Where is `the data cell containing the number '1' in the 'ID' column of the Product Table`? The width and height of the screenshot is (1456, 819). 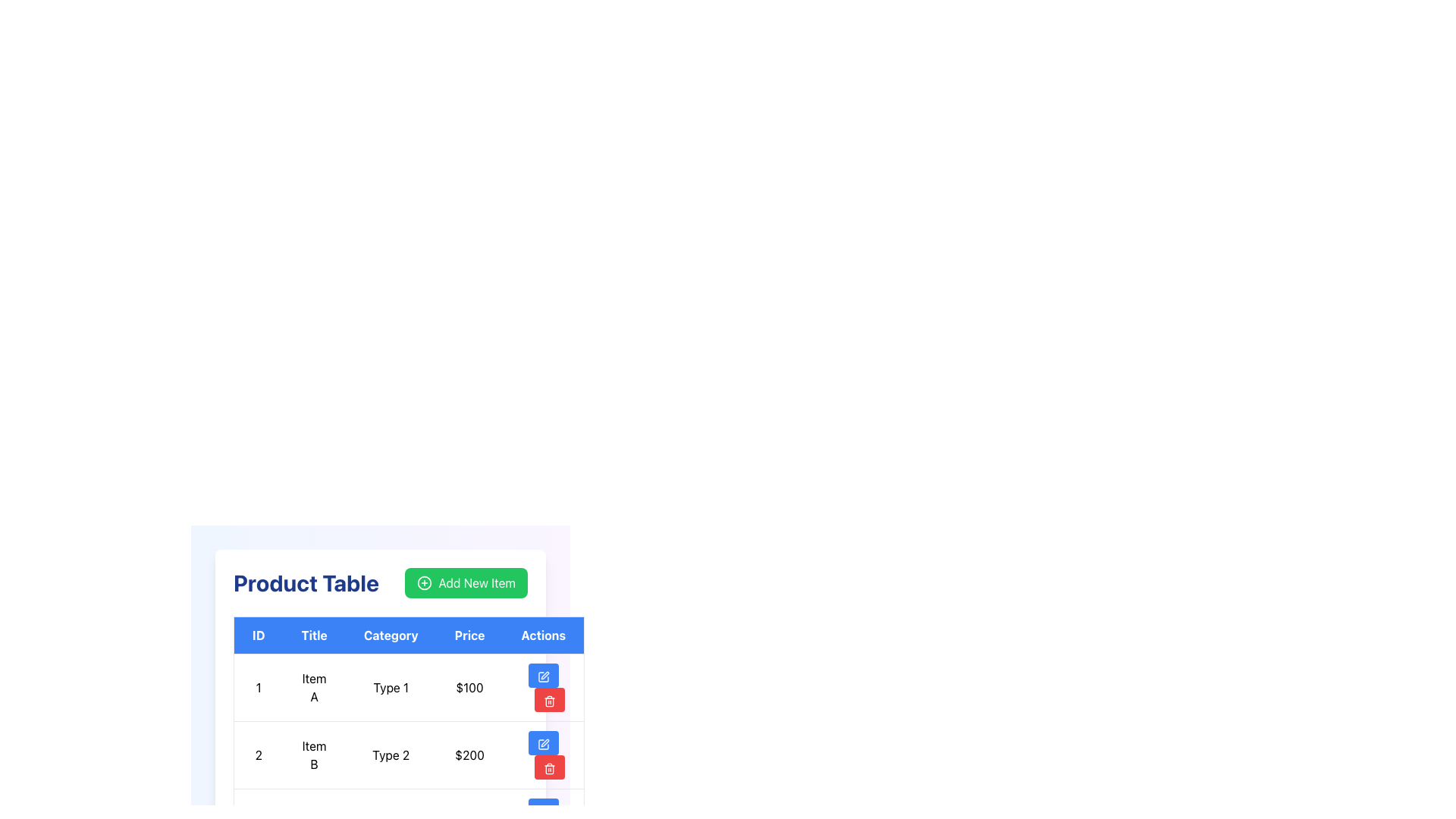
the data cell containing the number '1' in the 'ID' column of the Product Table is located at coordinates (258, 687).